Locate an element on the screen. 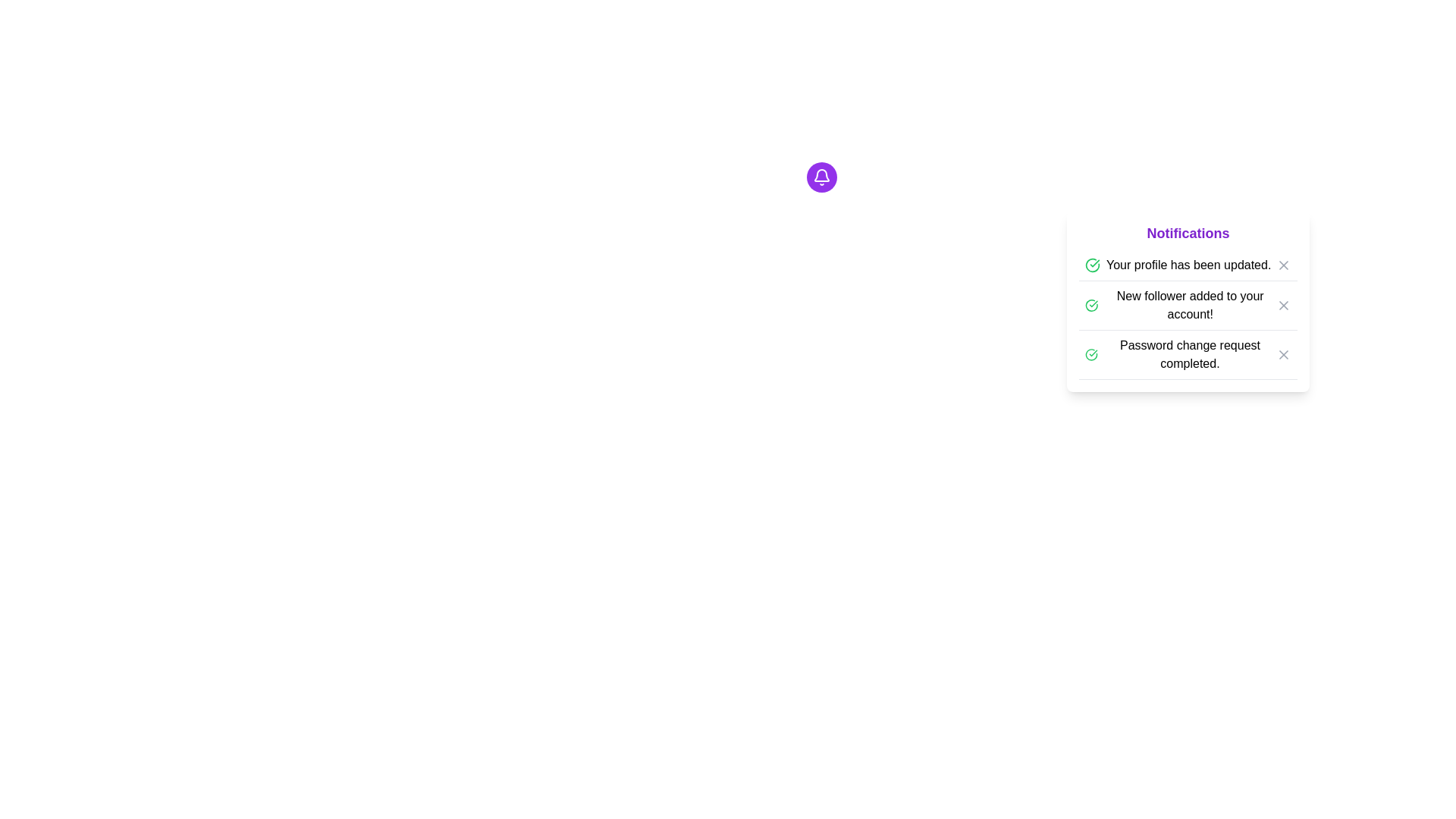  text information from the second notification message text in the notification modal that indicates a new follower was added to the user's account is located at coordinates (1189, 305).